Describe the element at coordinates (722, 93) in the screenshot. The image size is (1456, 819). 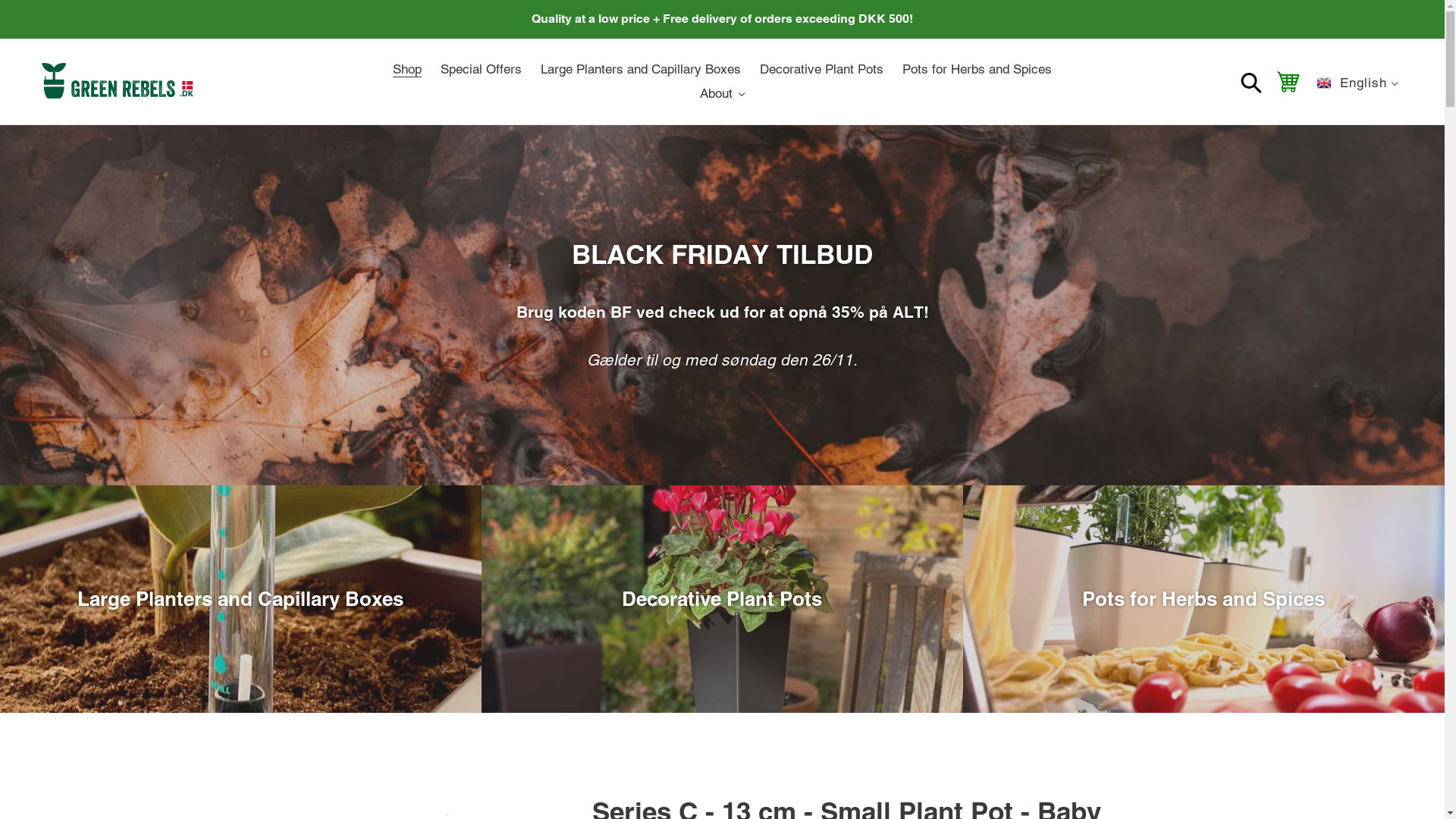
I see `'About'` at that location.